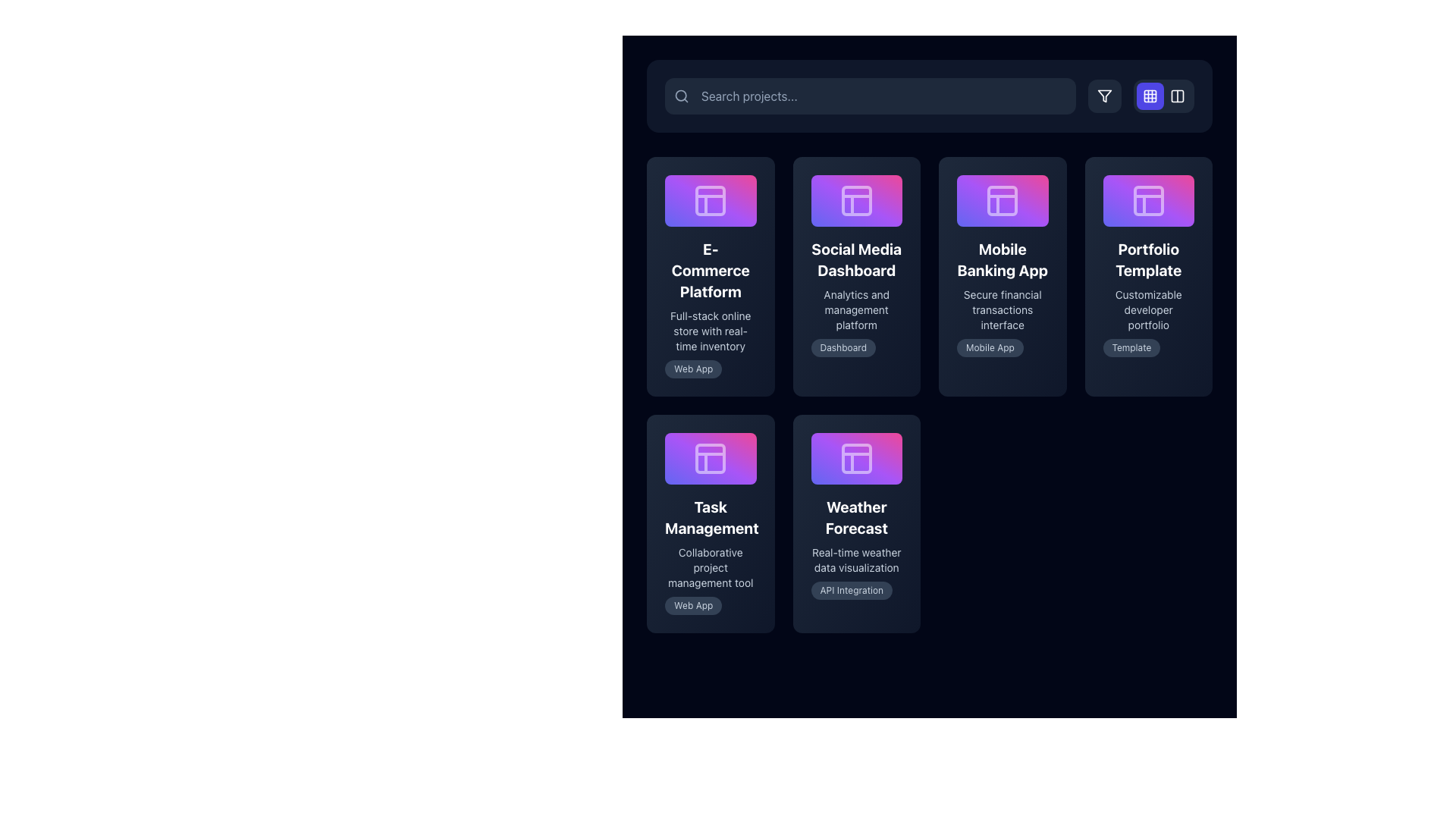 This screenshot has height=819, width=1456. I want to click on and interpret the text displayed on the Label/chip component located below the 'Social Media Dashboard' title within the card layout, so click(856, 347).